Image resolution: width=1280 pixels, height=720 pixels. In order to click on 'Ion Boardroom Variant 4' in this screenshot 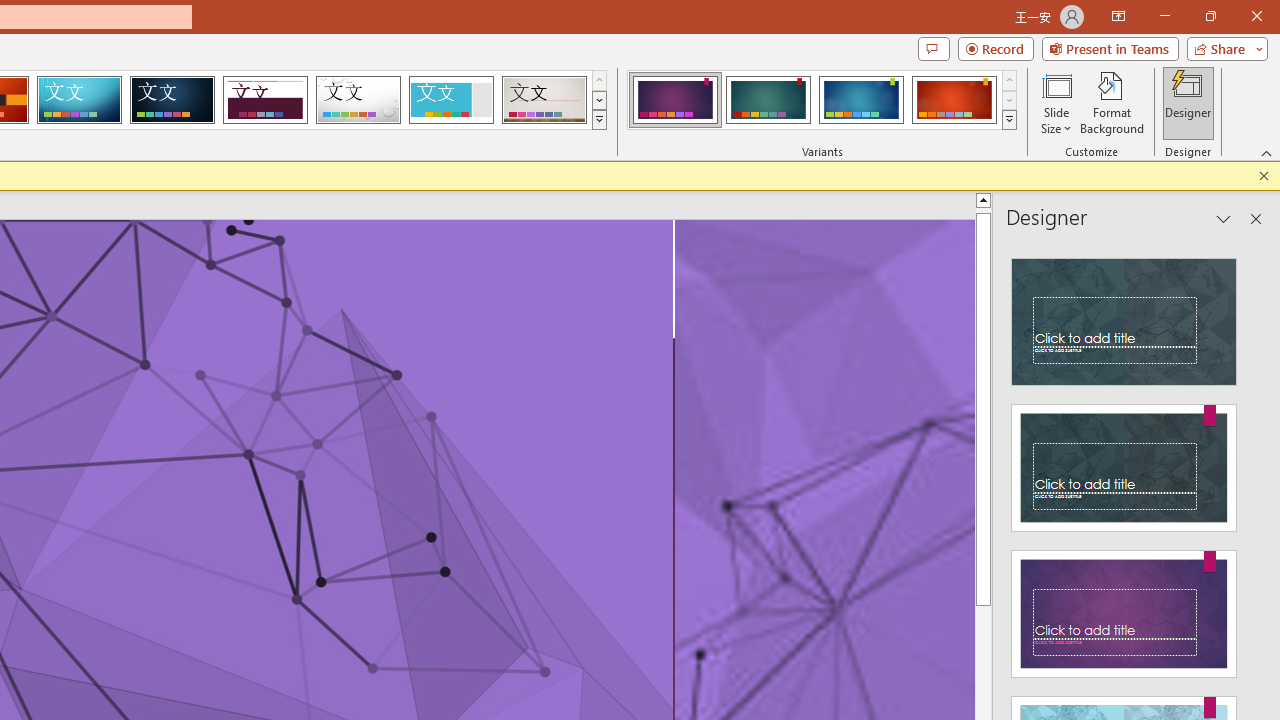, I will do `click(953, 100)`.